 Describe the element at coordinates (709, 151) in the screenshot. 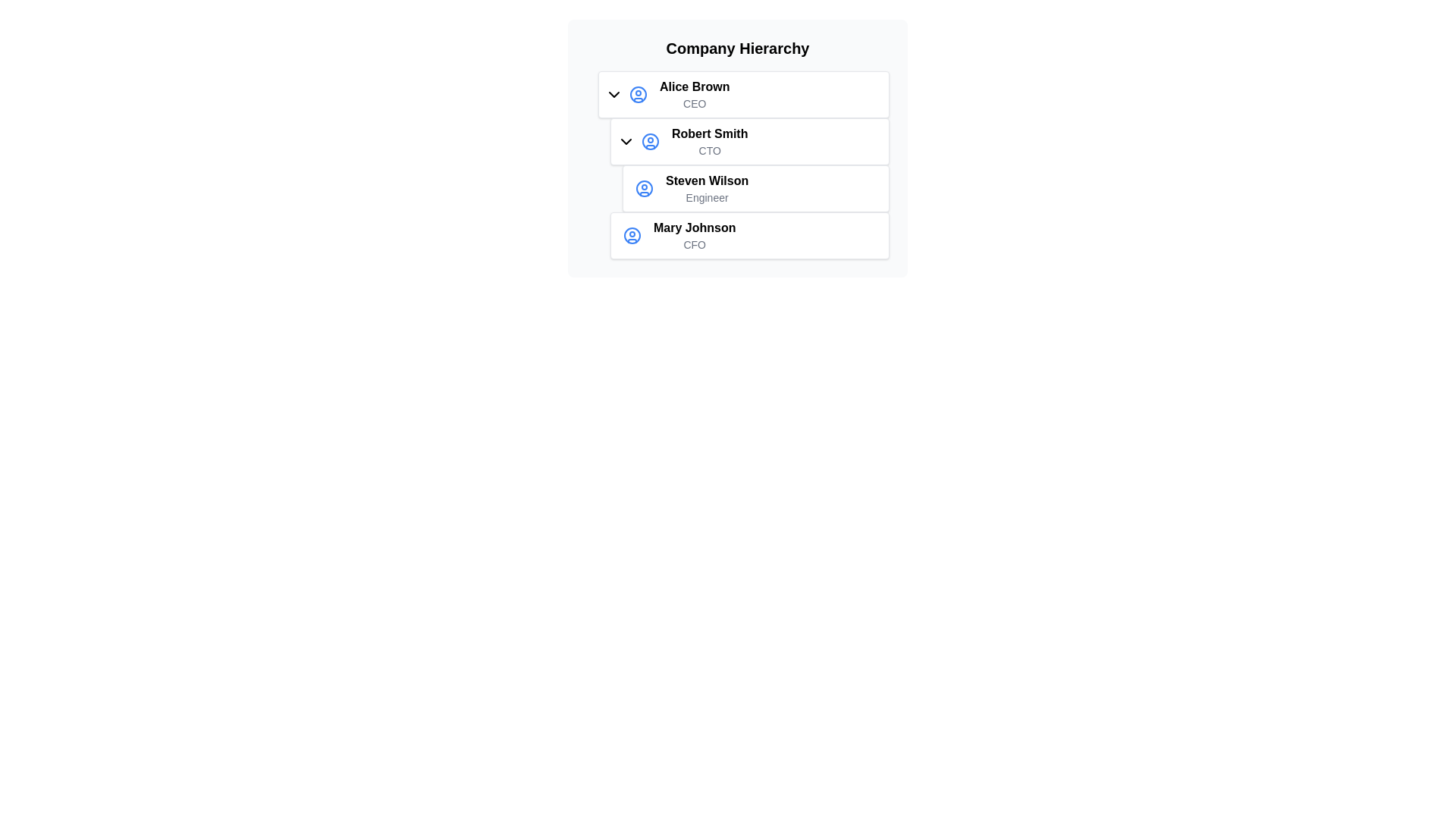

I see `the text label displaying 'CTO', which is styled with a small gray font and positioned under the name 'Robert Smith'` at that location.